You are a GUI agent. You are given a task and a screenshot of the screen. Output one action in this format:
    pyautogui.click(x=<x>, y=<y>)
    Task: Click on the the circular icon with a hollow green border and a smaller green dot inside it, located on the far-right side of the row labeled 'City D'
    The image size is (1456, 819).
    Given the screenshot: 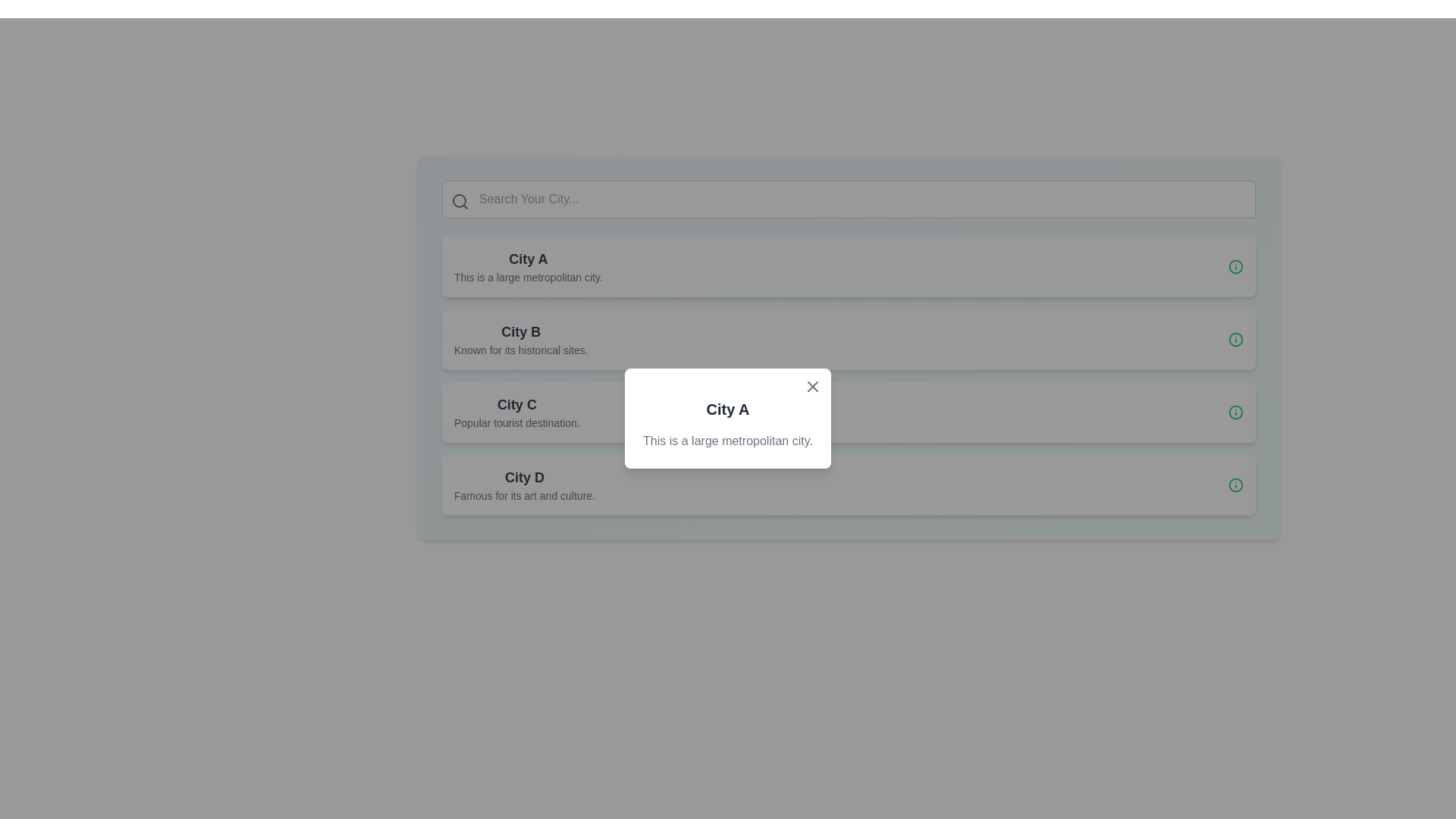 What is the action you would take?
    pyautogui.click(x=1236, y=485)
    